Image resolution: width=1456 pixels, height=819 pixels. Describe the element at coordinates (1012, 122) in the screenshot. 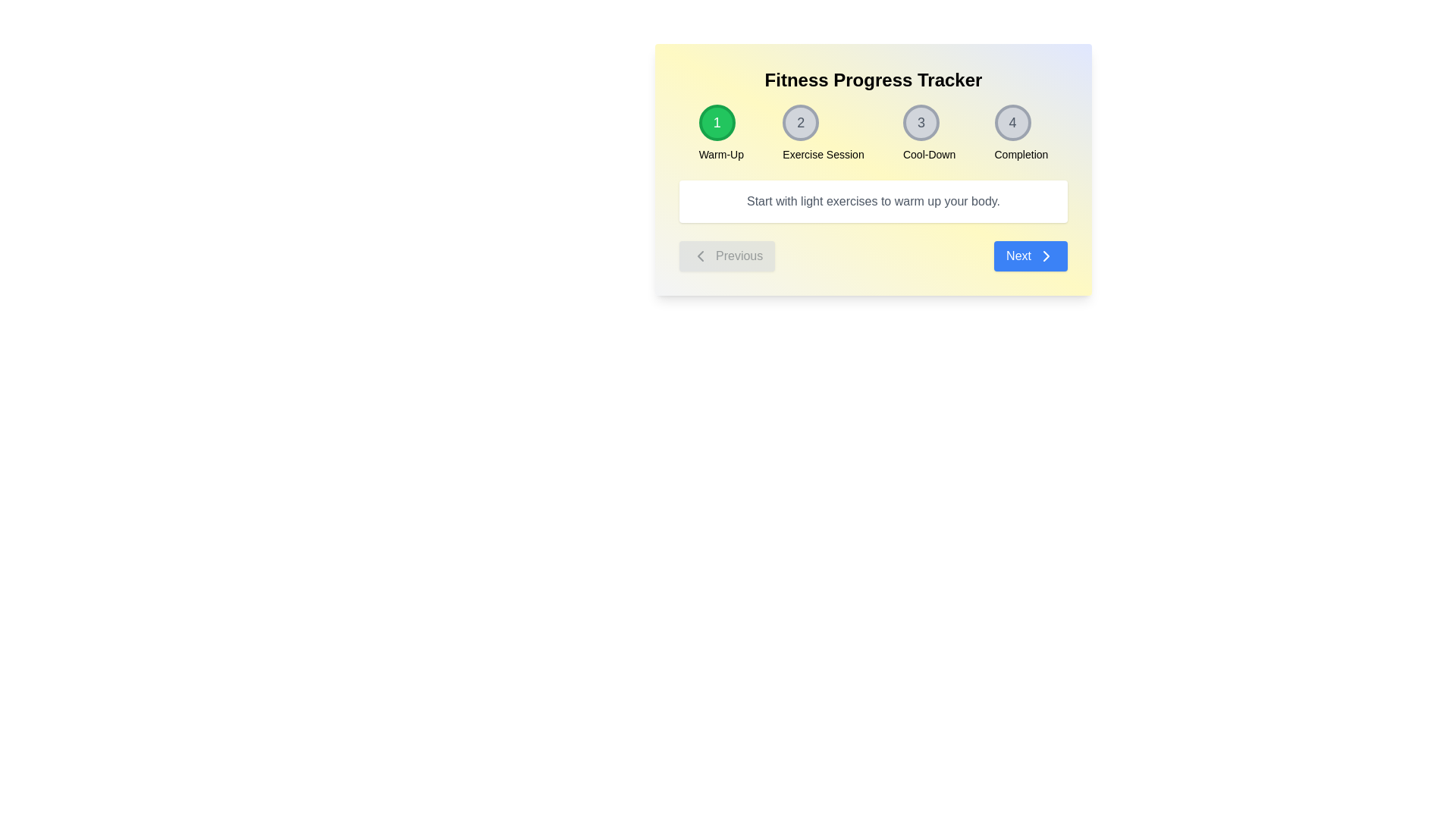

I see `the circular button labeled 'Completion' that displays the number '4'` at that location.